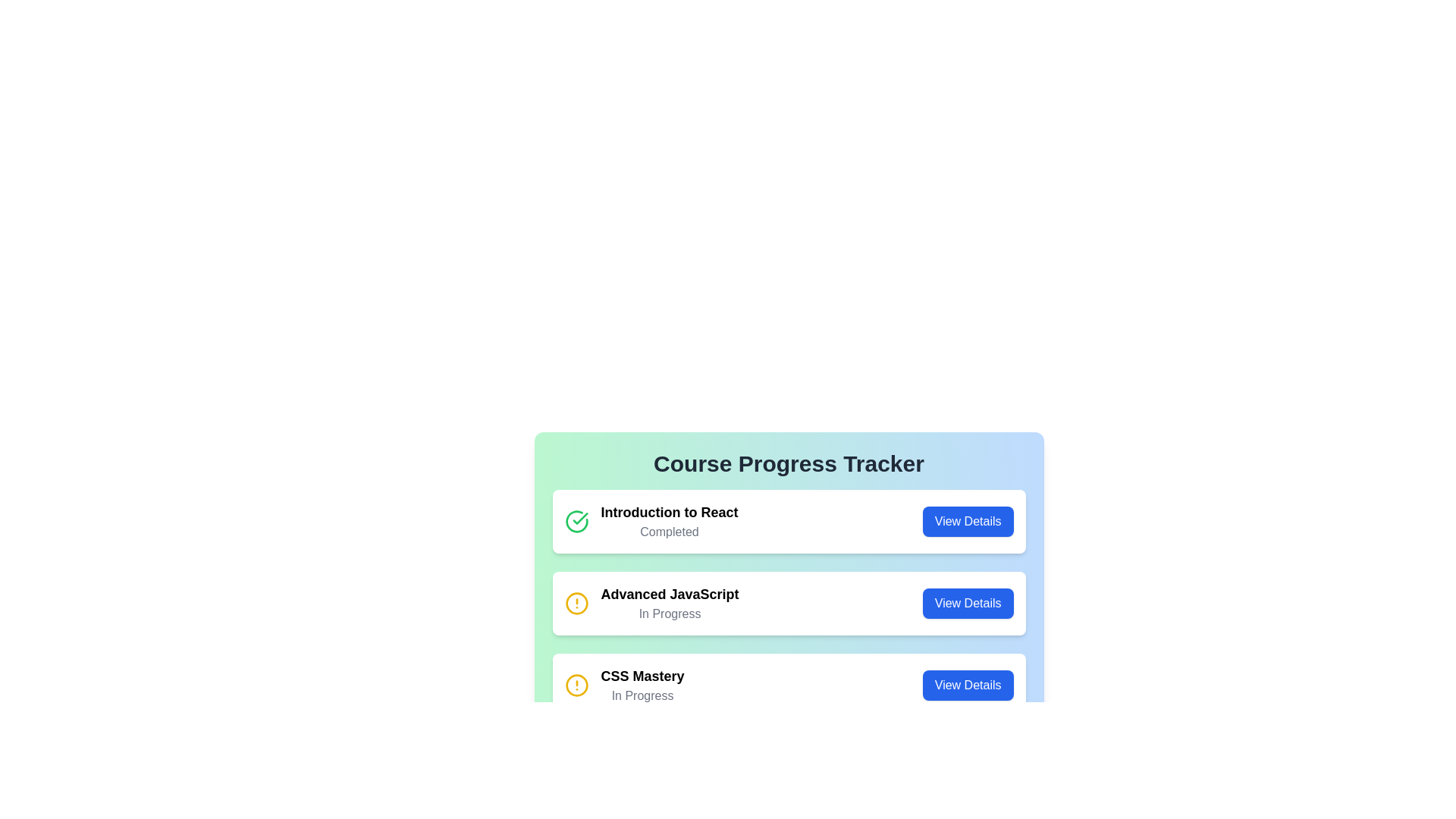  I want to click on the yellow gradient circular icon element indicating course status for 'CSS Mastery' in the 'Course Progress Tracker' interface, so click(576, 685).